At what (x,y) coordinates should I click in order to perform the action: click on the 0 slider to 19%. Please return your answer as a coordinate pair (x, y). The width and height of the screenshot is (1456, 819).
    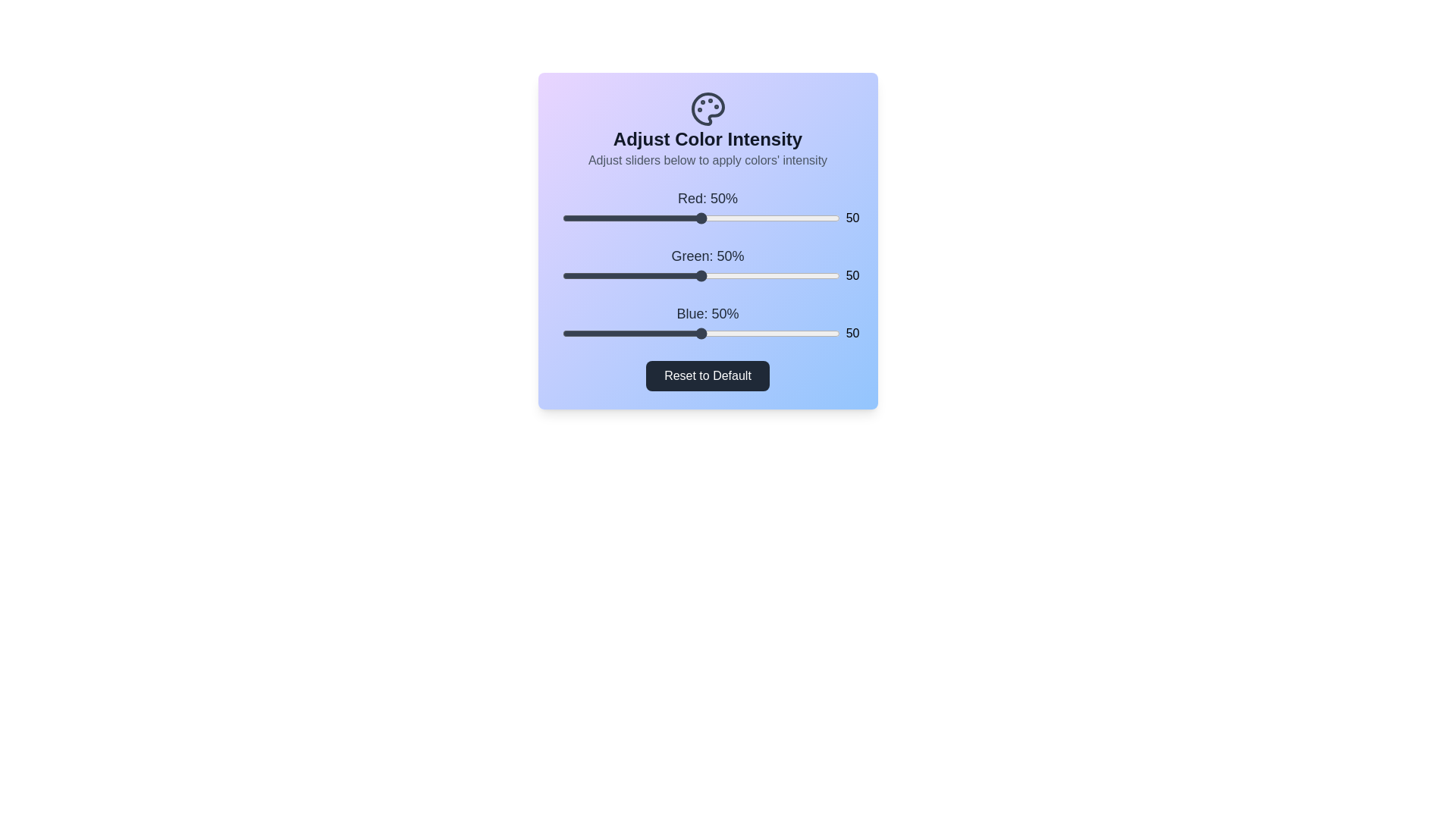
    Looking at the image, I should click on (615, 218).